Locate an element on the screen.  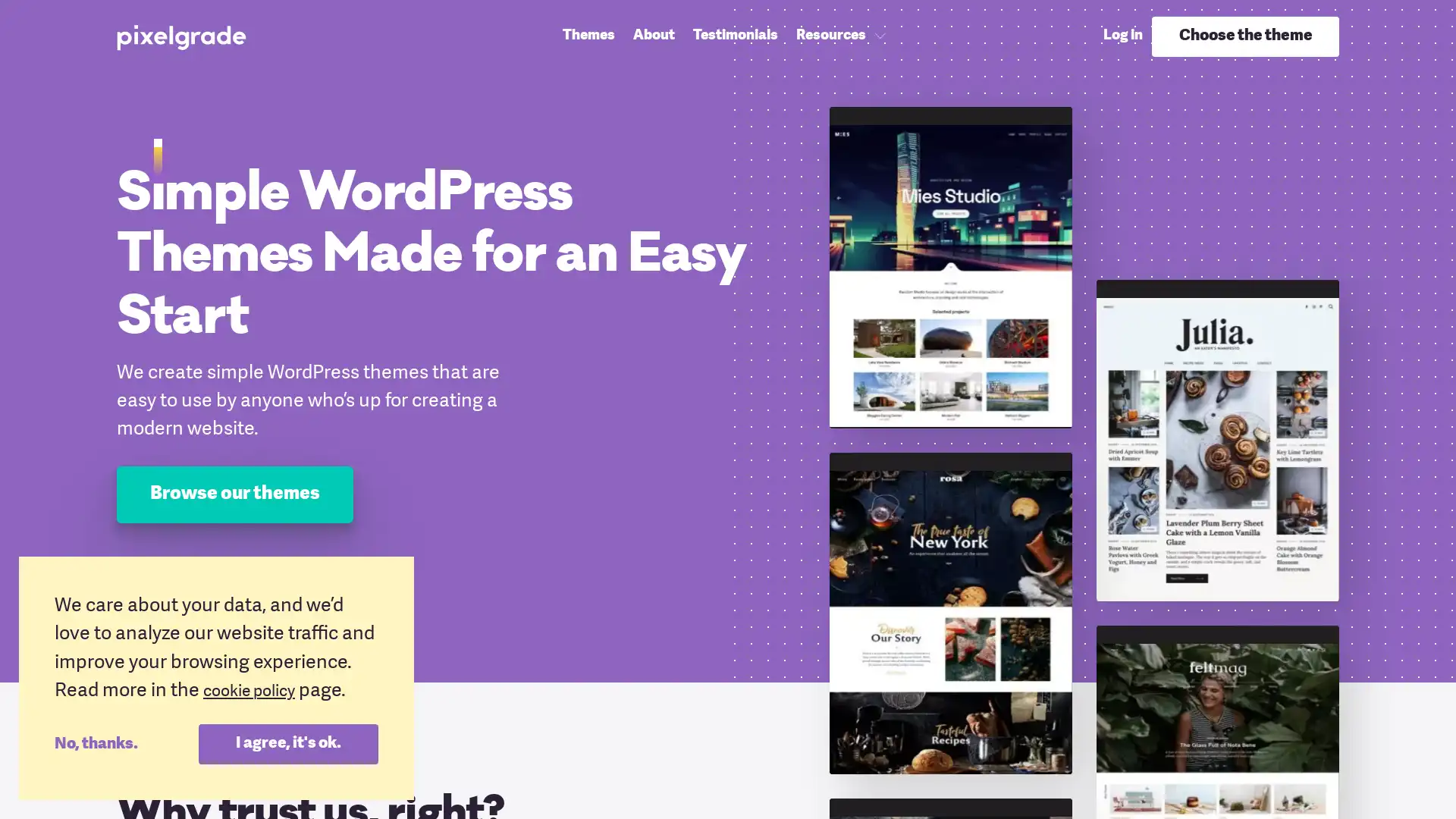
I agree, it's ok. is located at coordinates (287, 742).